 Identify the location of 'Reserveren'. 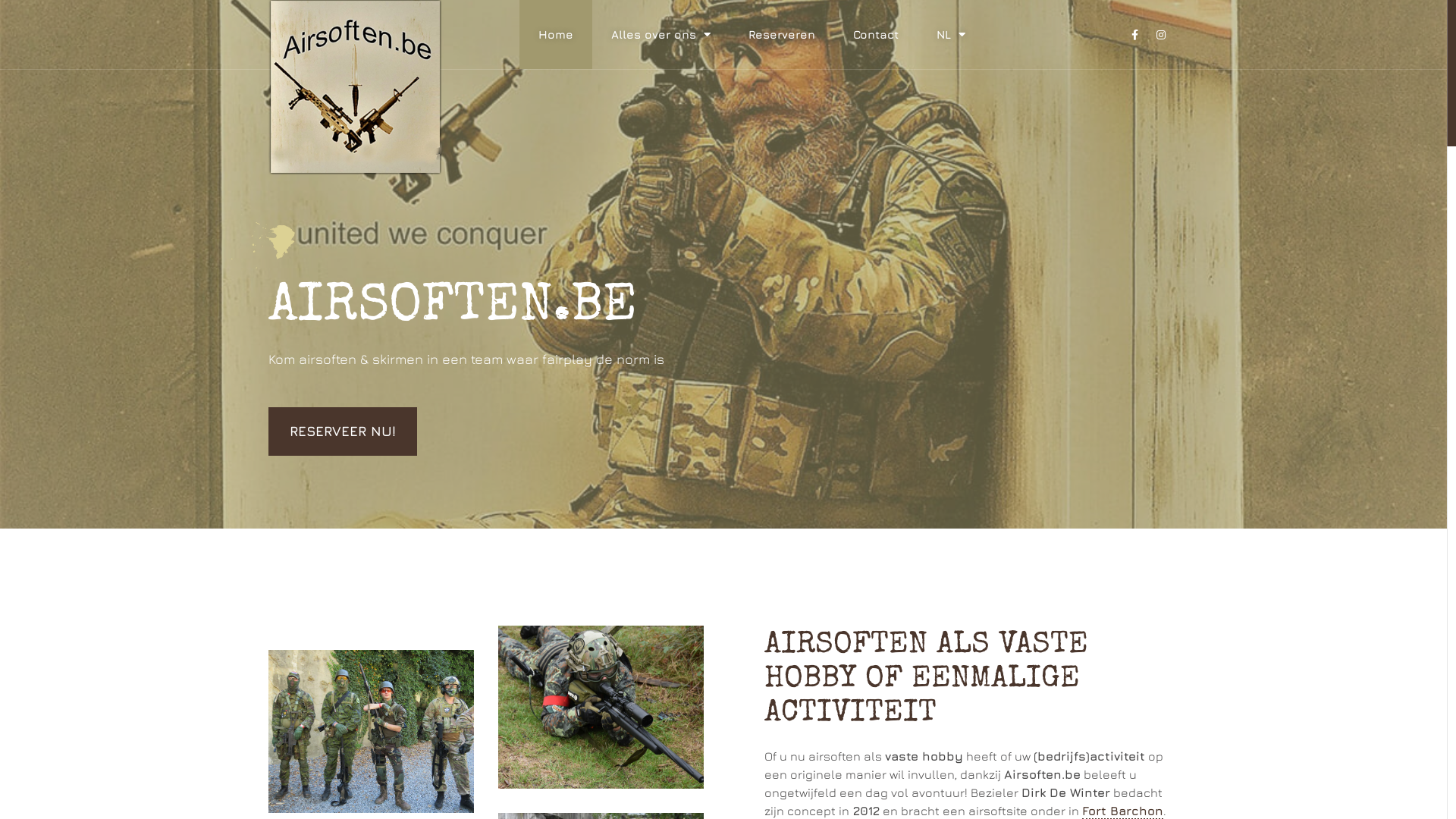
(729, 34).